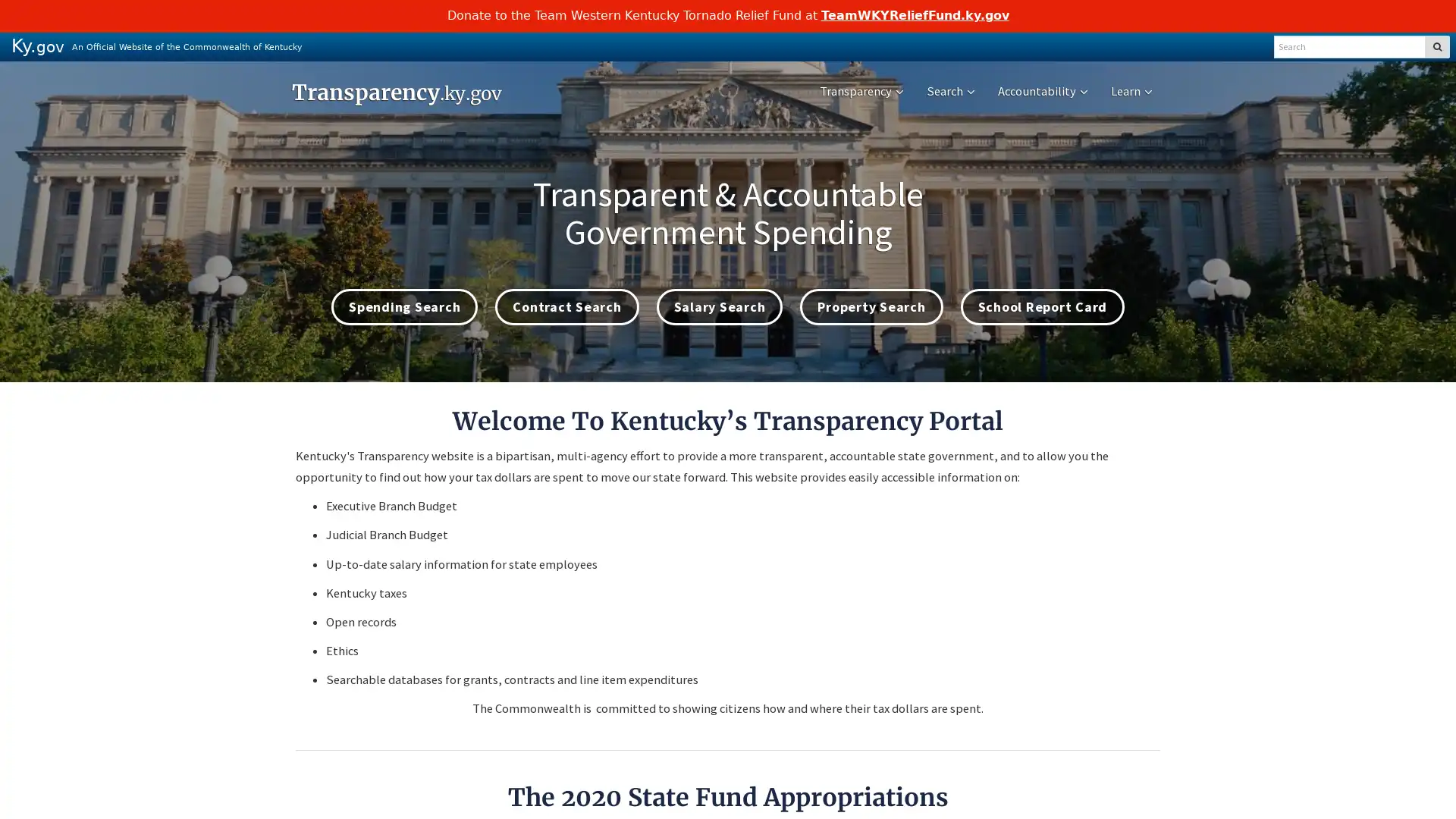  Describe the element at coordinates (1436, 45) in the screenshot. I see `SEARCH` at that location.